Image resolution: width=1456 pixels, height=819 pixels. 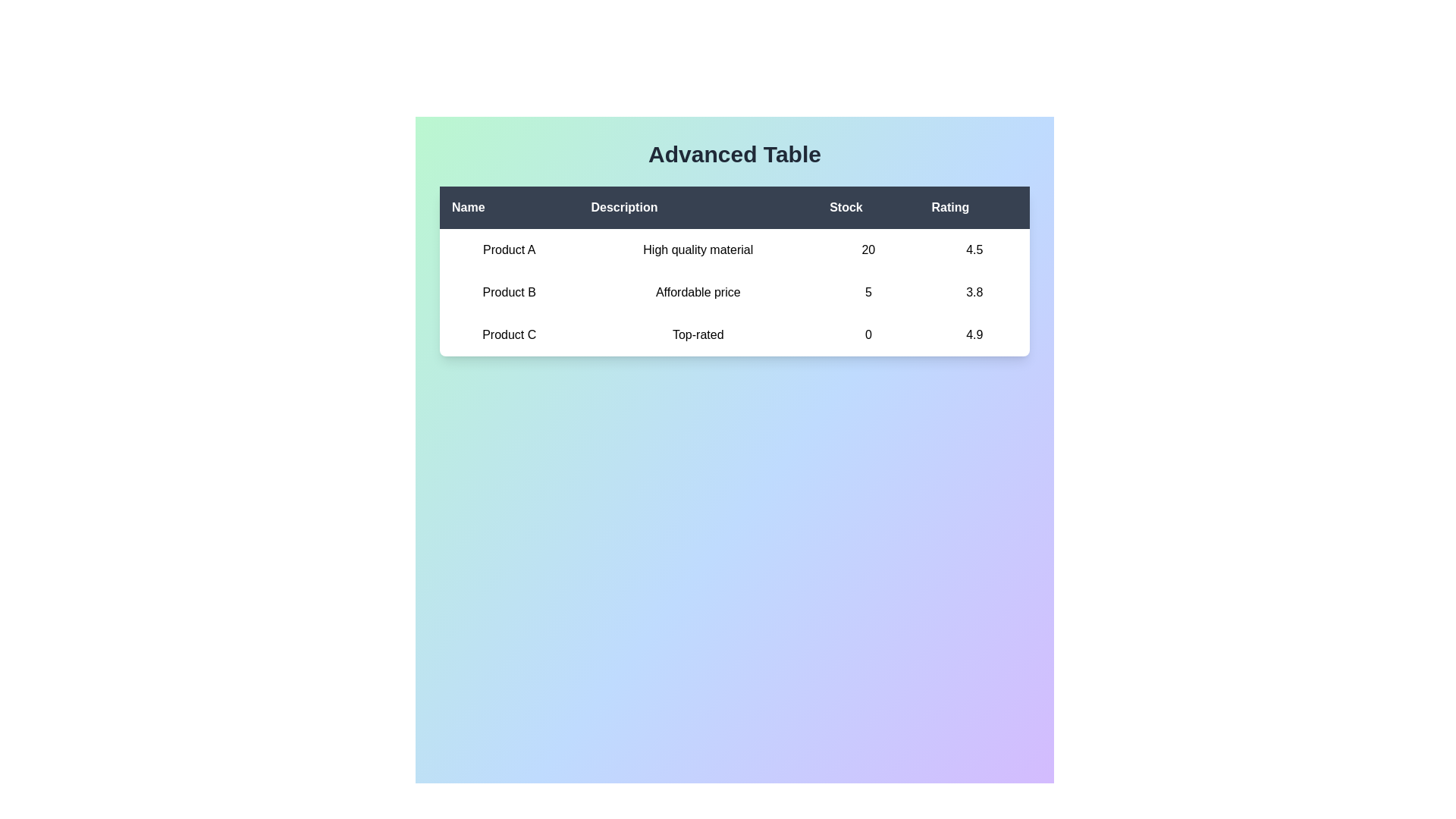 What do you see at coordinates (735, 249) in the screenshot?
I see `contents of the first row in the tabular layout that displays details for 'Product A'` at bounding box center [735, 249].